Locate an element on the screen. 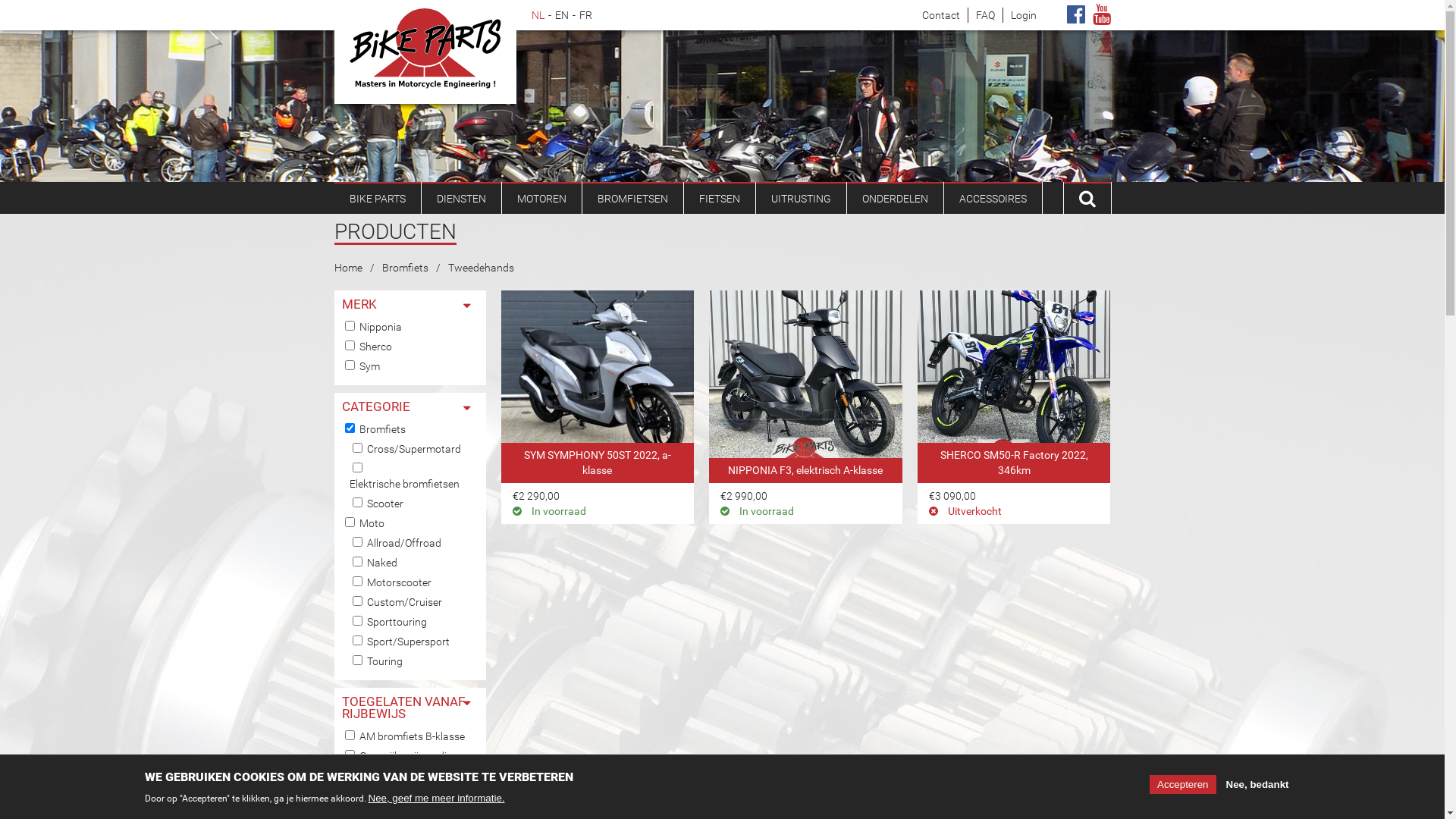 The image size is (1456, 819). 'Login' is located at coordinates (1022, 14).